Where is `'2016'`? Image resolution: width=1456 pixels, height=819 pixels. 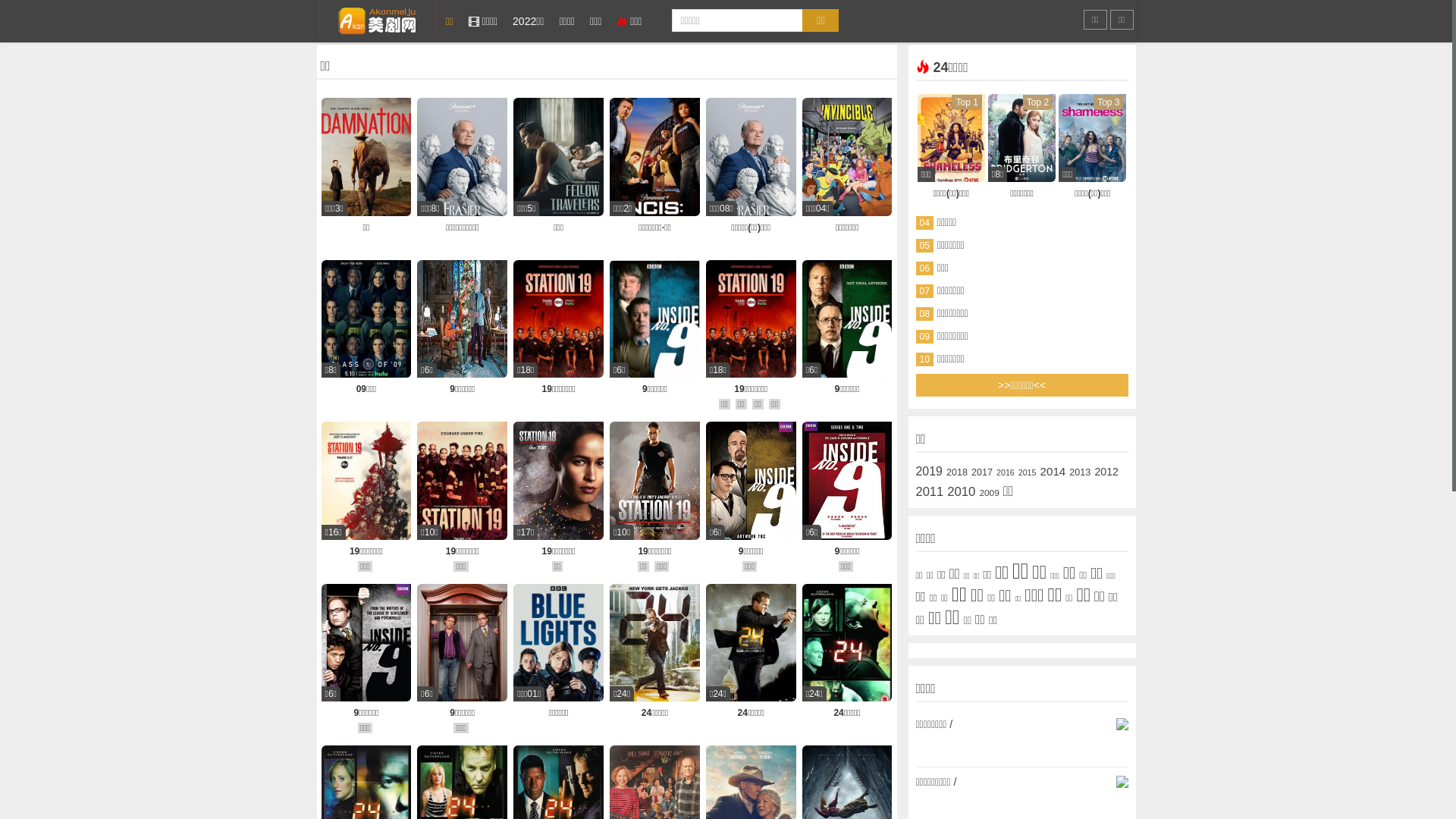 '2016' is located at coordinates (1005, 472).